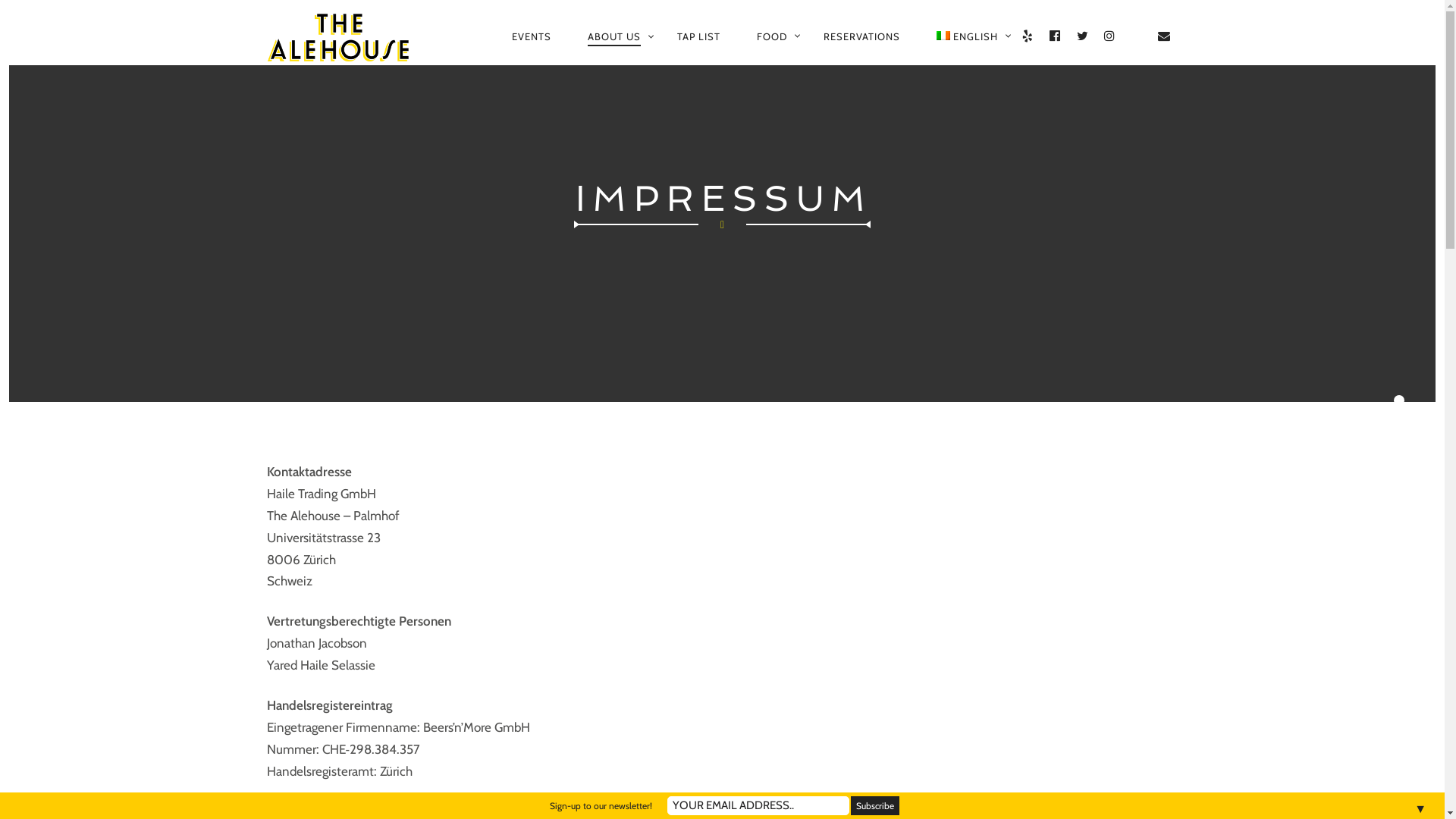 The height and width of the screenshot is (819, 1456). Describe the element at coordinates (1082, 35) in the screenshot. I see `'TWITTER'` at that location.